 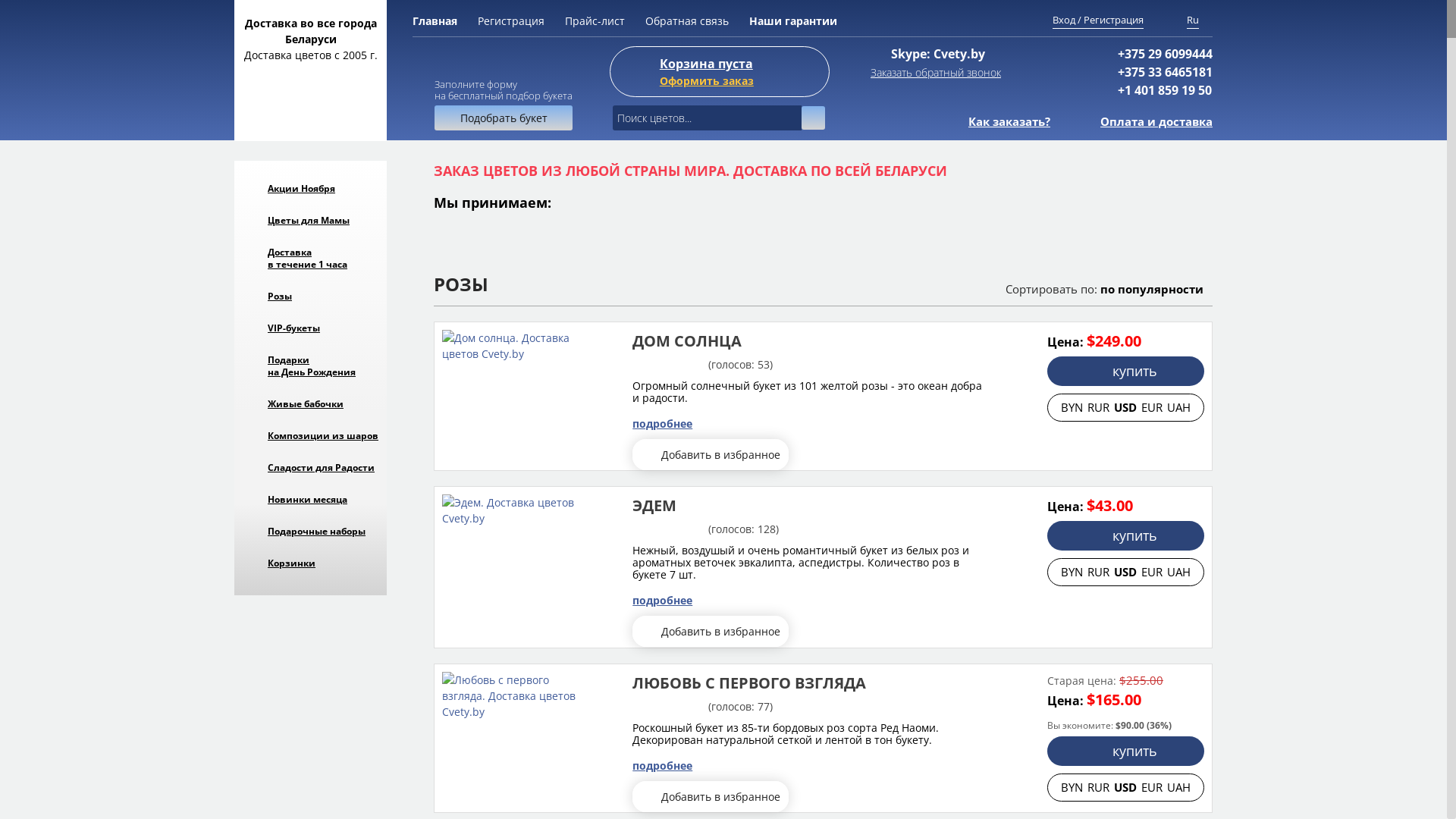 What do you see at coordinates (1166, 786) in the screenshot?
I see `'UAH'` at bounding box center [1166, 786].